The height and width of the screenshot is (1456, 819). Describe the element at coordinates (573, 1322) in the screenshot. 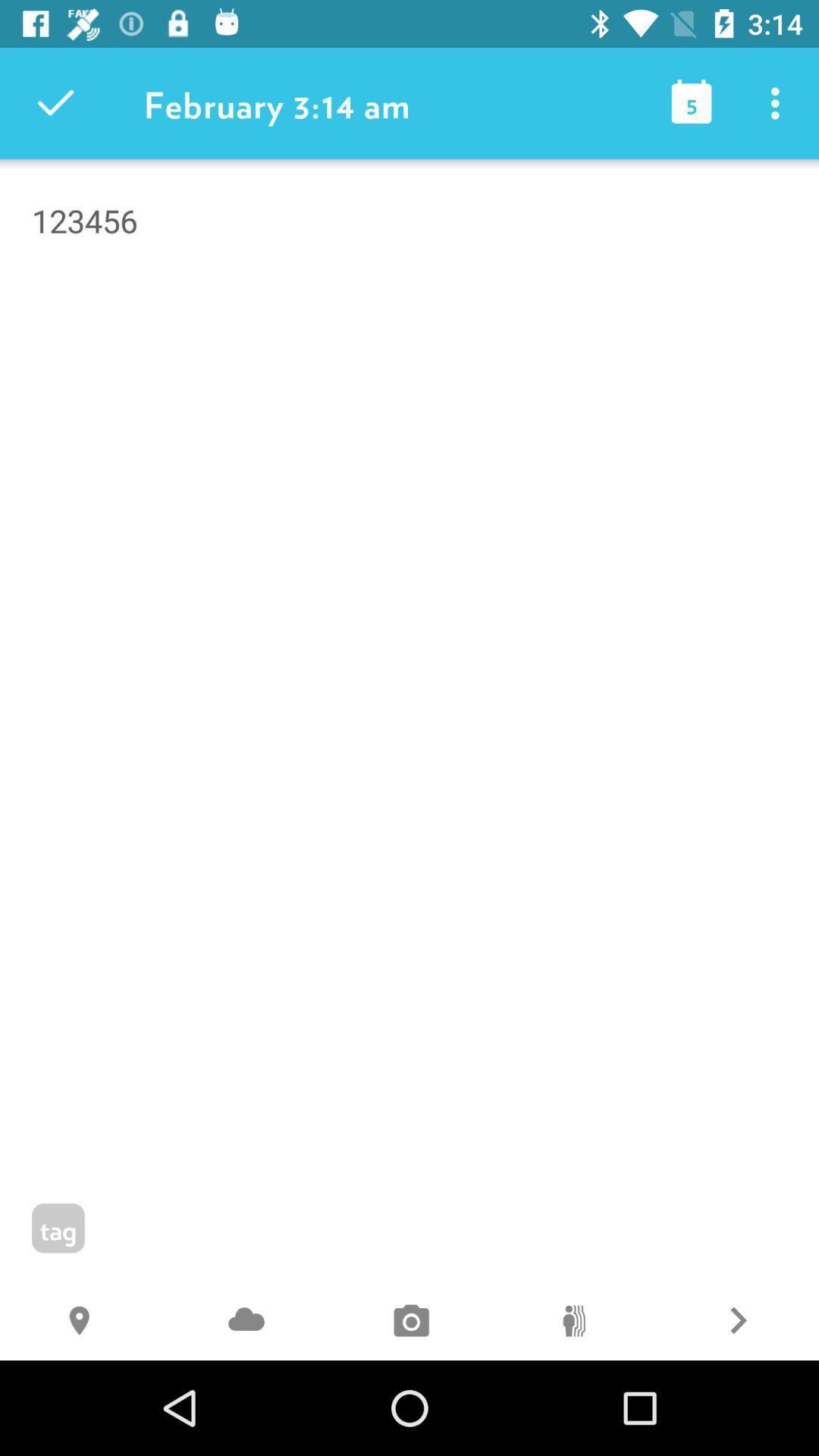

I see `the item below the 123456` at that location.